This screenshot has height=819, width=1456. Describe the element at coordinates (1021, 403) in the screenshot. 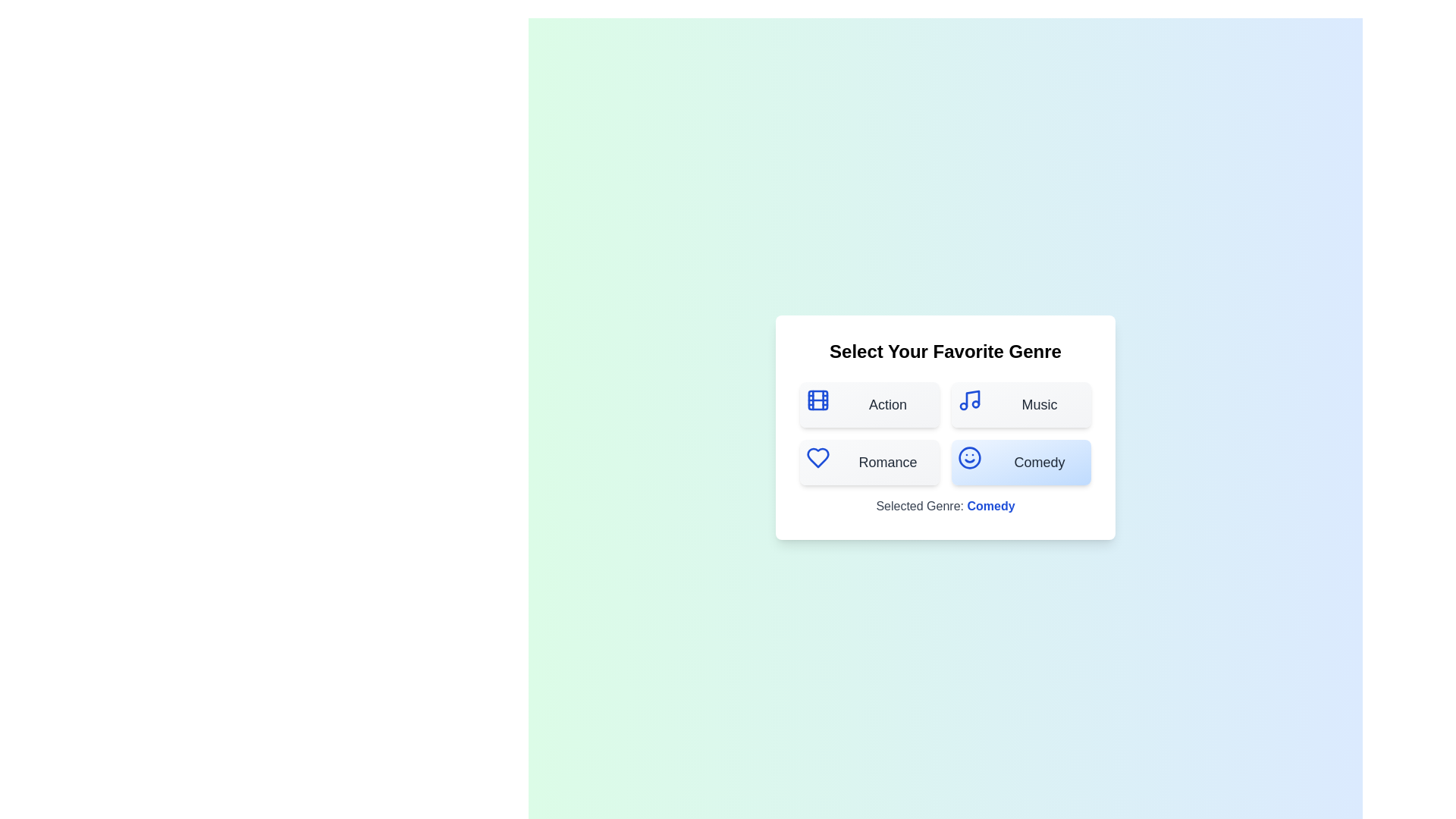

I see `the second button in the first row of the grid layout` at that location.